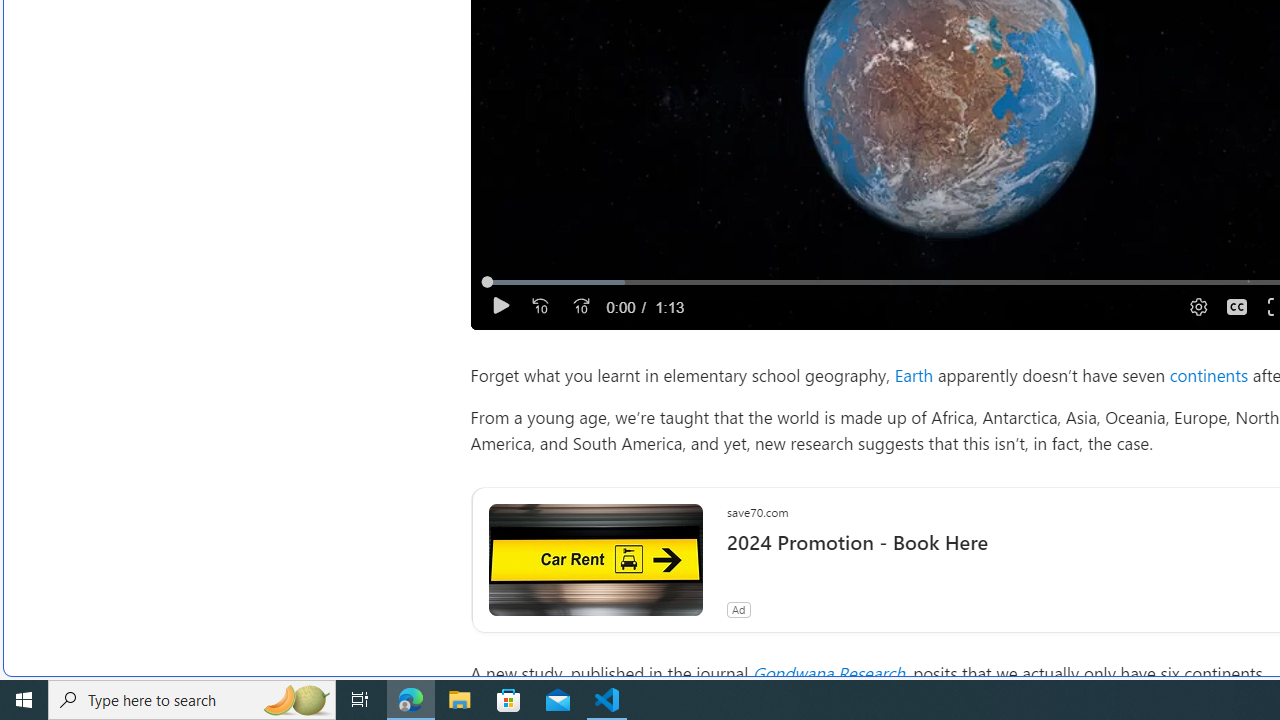 This screenshot has height=720, width=1280. Describe the element at coordinates (580, 306) in the screenshot. I see `'Seek Forward'` at that location.